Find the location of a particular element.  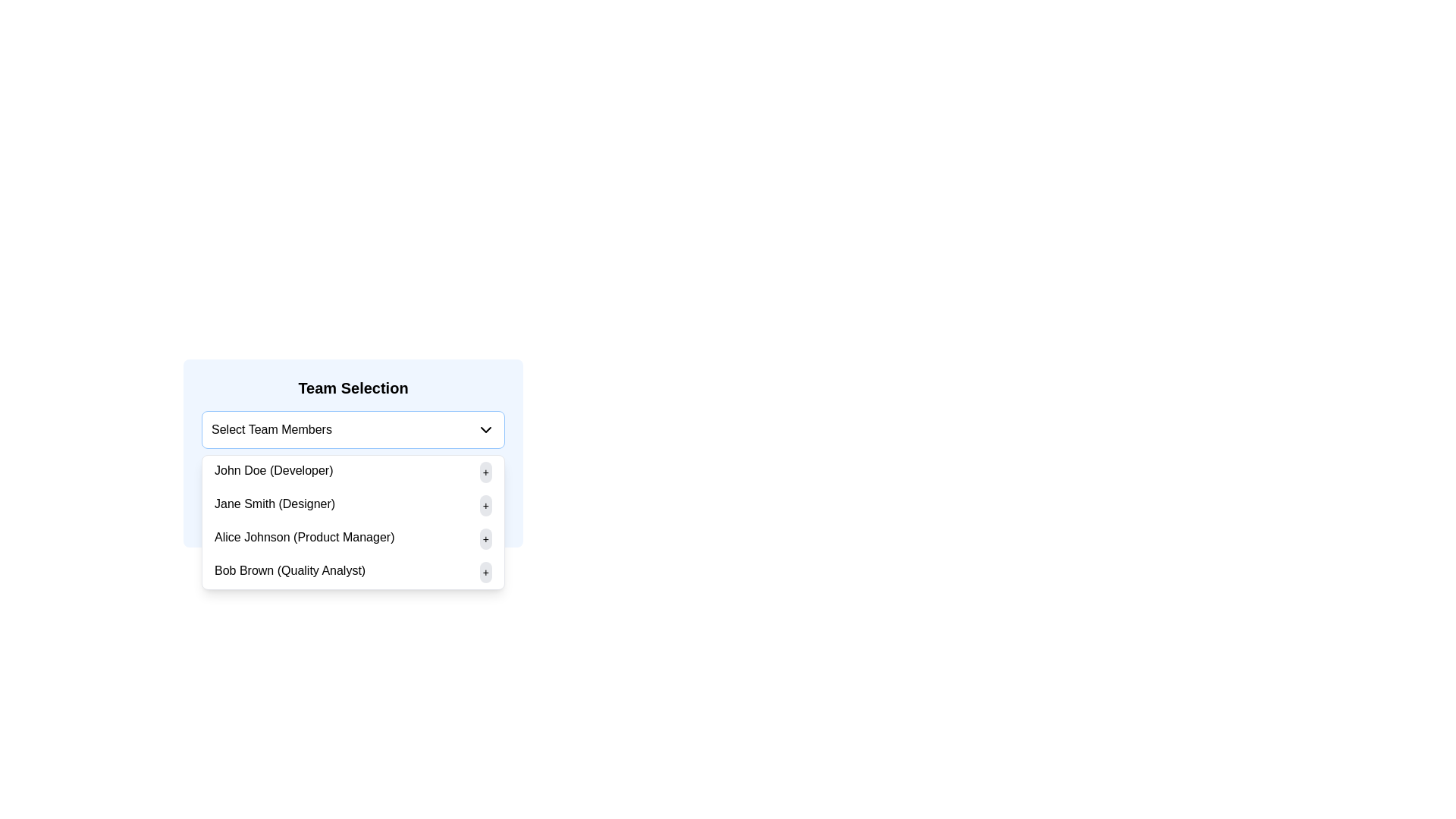

the '+' button of the first team member in the dropdown list under 'Select Team Members' is located at coordinates (352, 472).